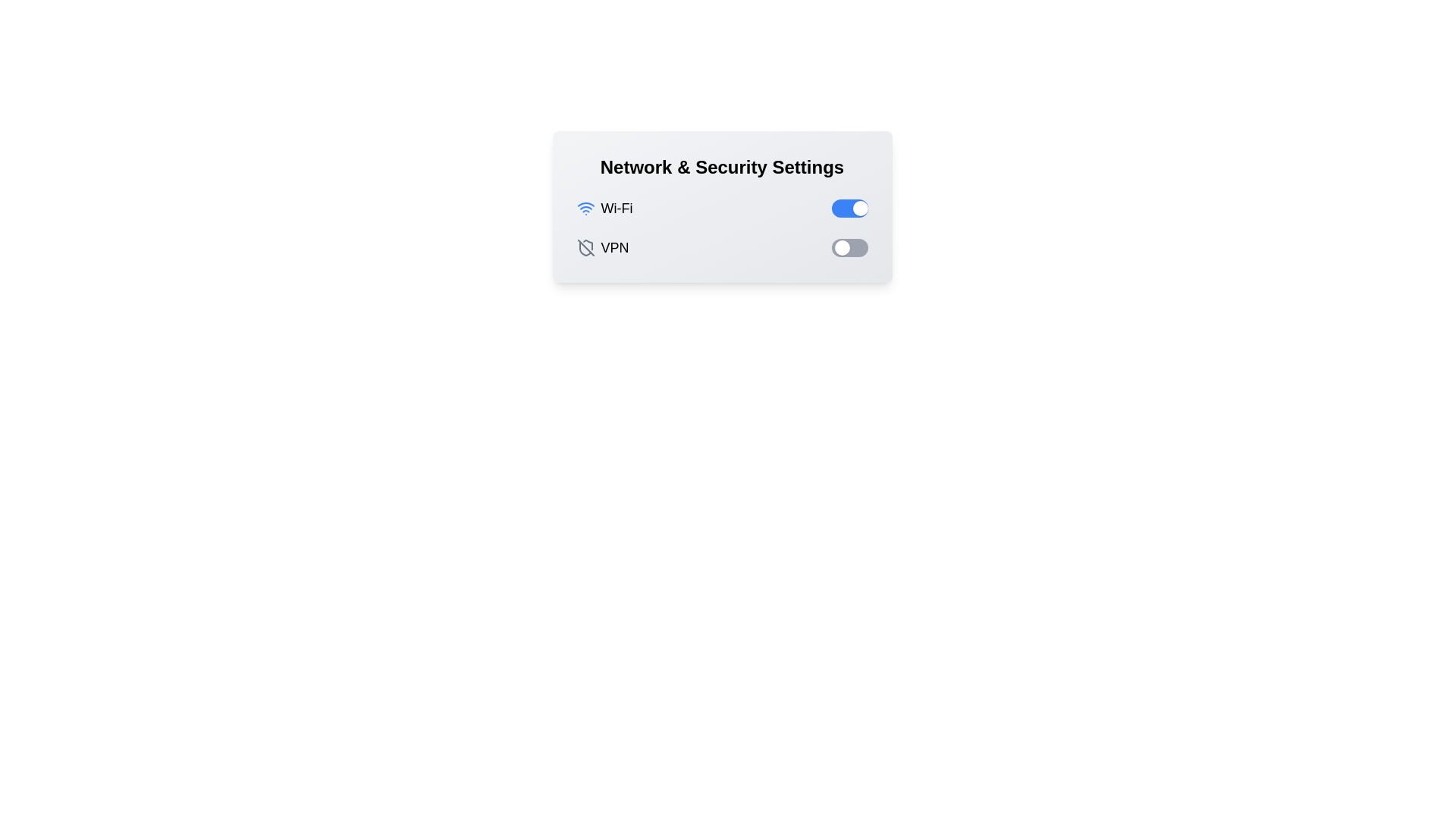 The width and height of the screenshot is (1456, 819). What do you see at coordinates (841, 247) in the screenshot?
I see `the left circular toggle switch component located within the 'Network & Security Settings' card under the 'VPN' label` at bounding box center [841, 247].